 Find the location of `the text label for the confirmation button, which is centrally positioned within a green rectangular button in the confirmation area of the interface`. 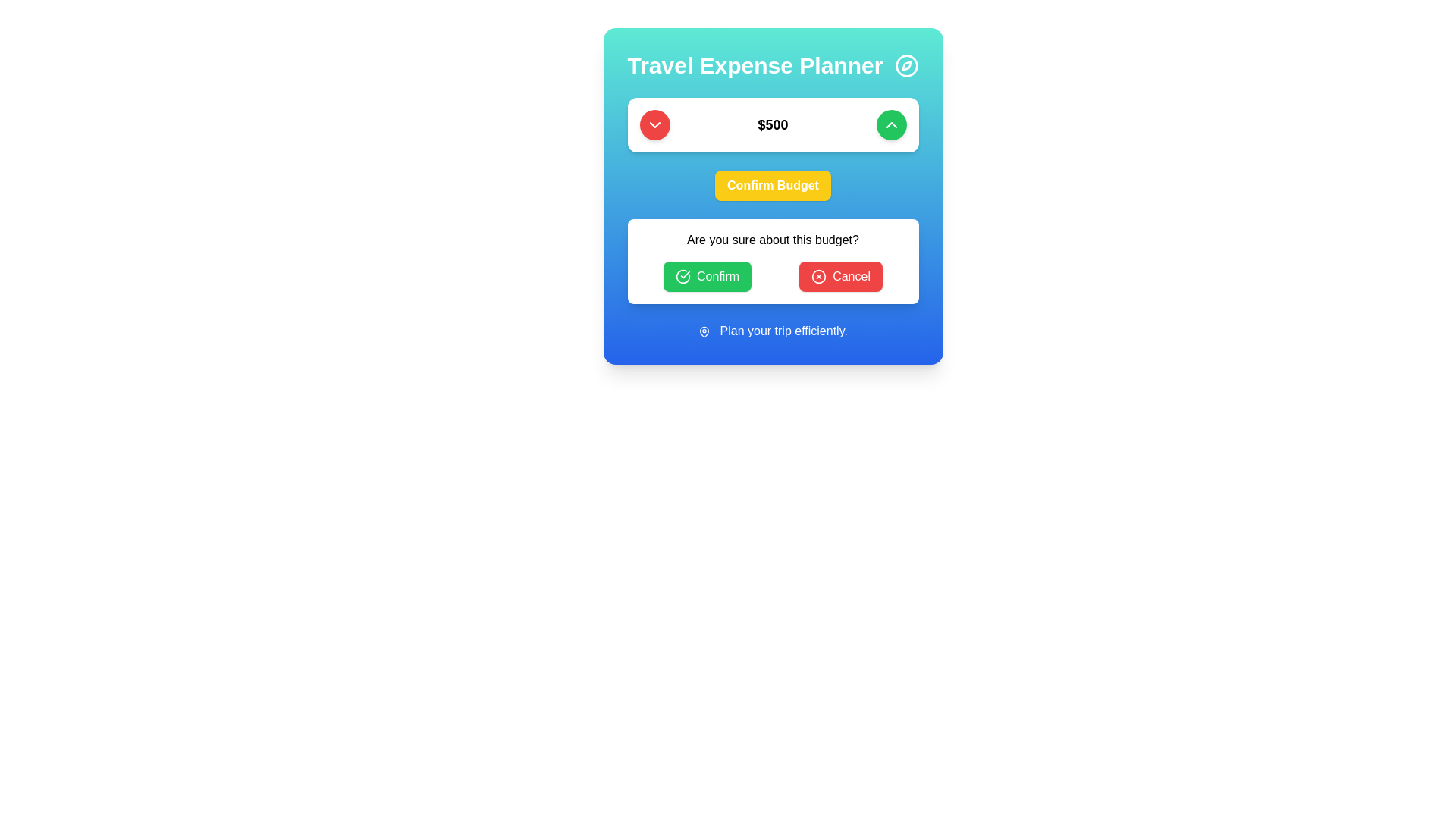

the text label for the confirmation button, which is centrally positioned within a green rectangular button in the confirmation area of the interface is located at coordinates (717, 277).